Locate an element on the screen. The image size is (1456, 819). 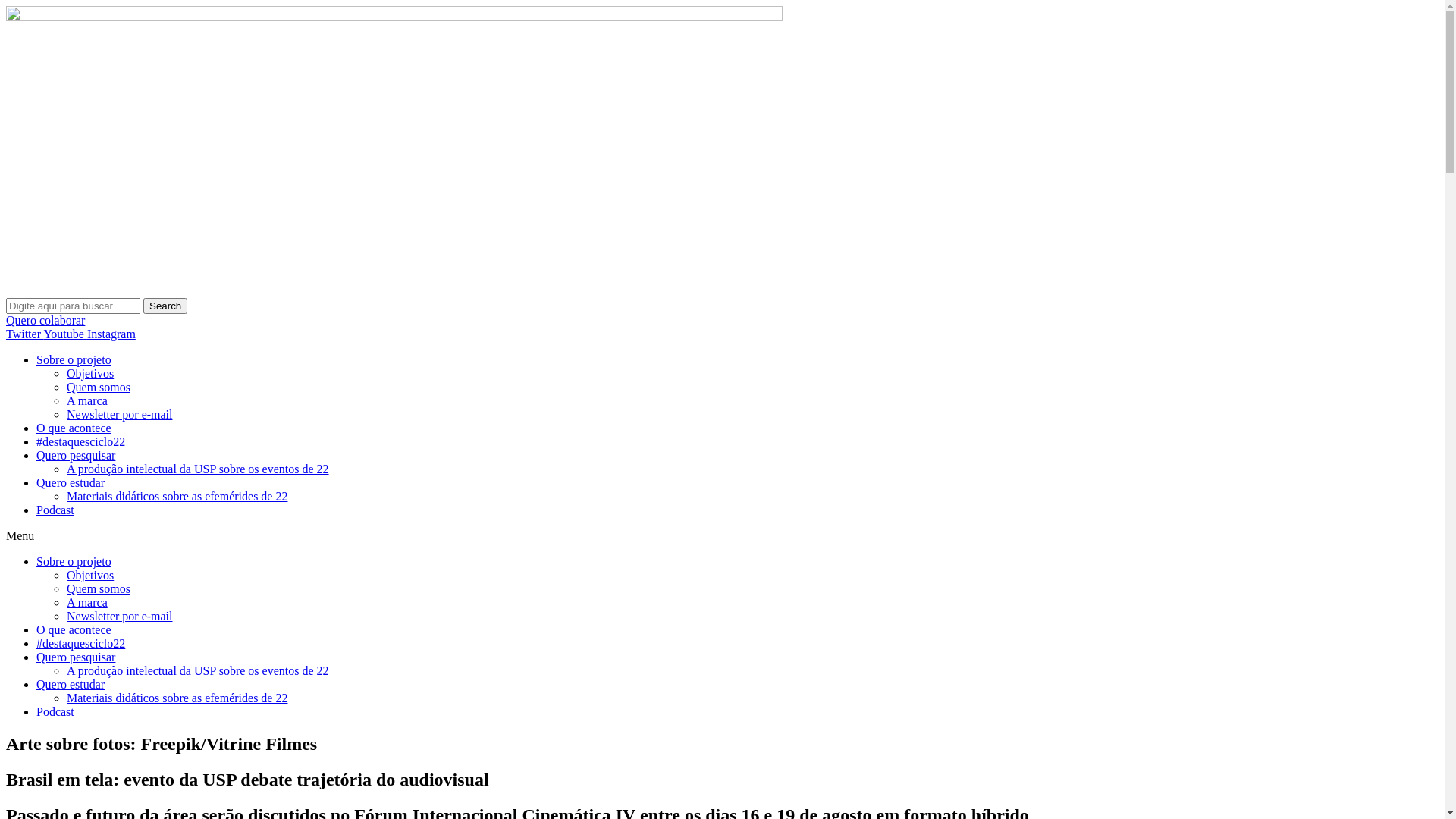
'O que acontece' is located at coordinates (36, 629).